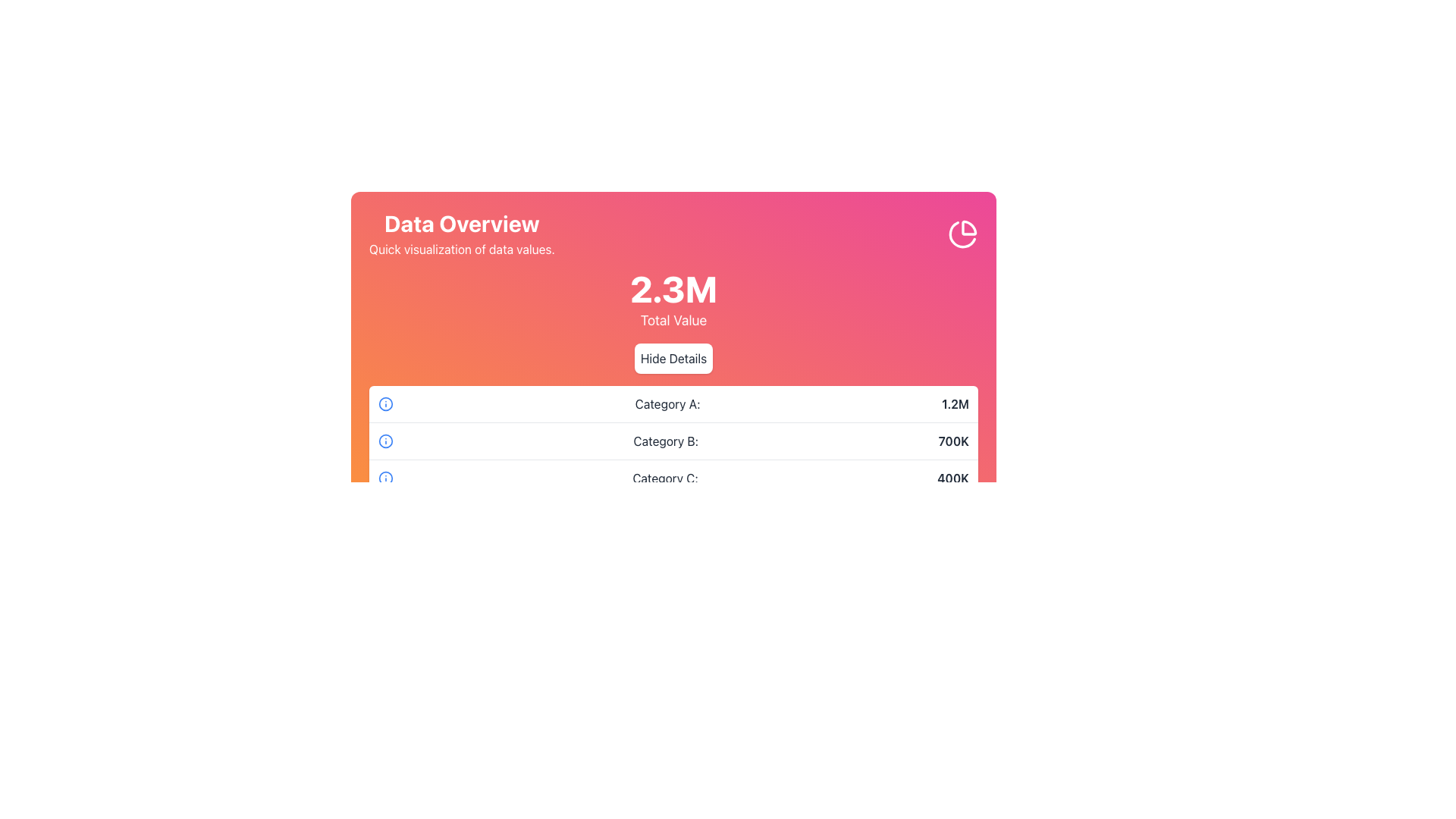  What do you see at coordinates (673, 403) in the screenshot?
I see `the first list item which contains 'Category A:' and '1.2M' to possibly reveal tooltips` at bounding box center [673, 403].